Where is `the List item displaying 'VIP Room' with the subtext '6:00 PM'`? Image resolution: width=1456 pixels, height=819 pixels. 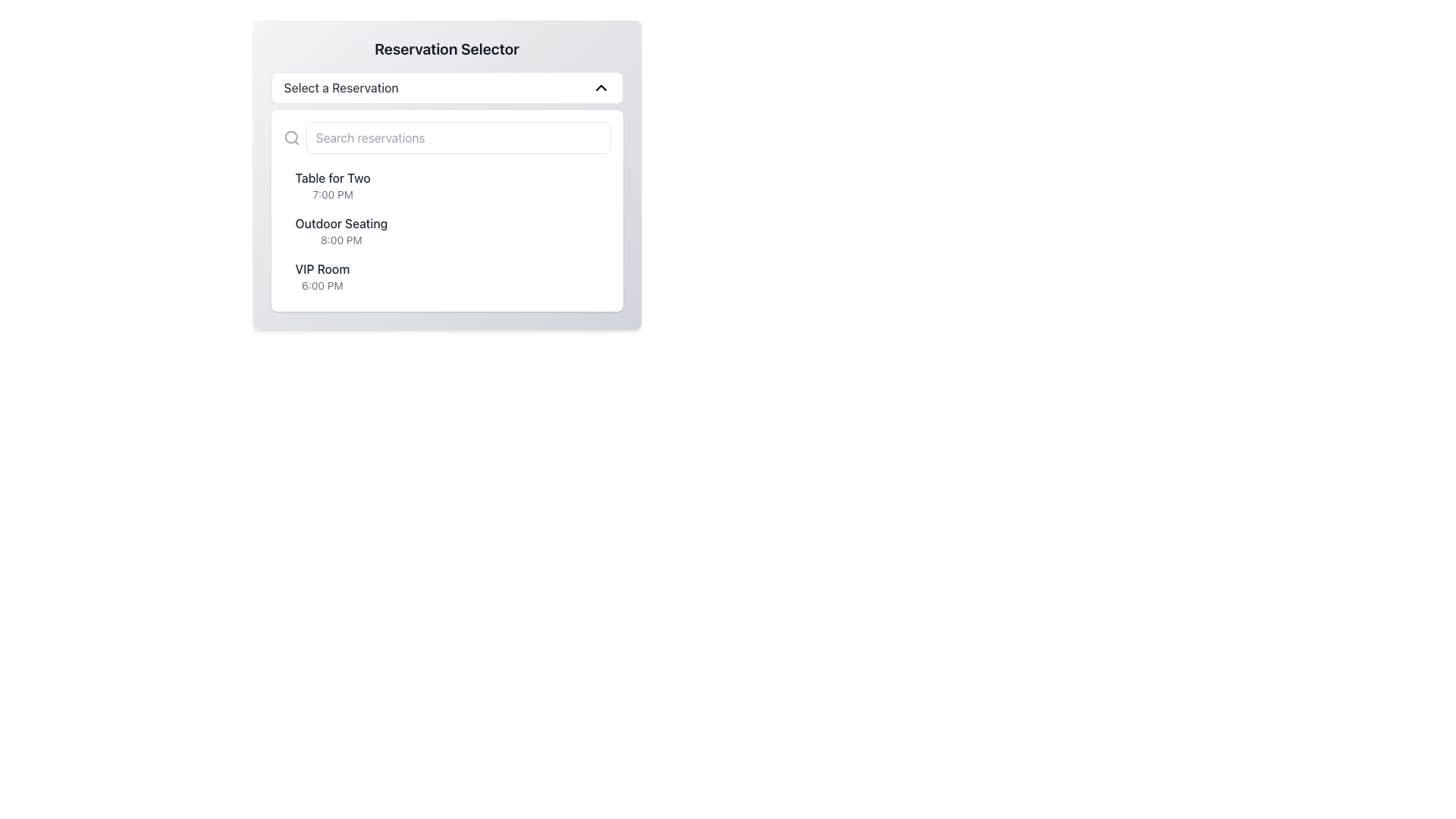 the List item displaying 'VIP Room' with the subtext '6:00 PM' is located at coordinates (446, 277).